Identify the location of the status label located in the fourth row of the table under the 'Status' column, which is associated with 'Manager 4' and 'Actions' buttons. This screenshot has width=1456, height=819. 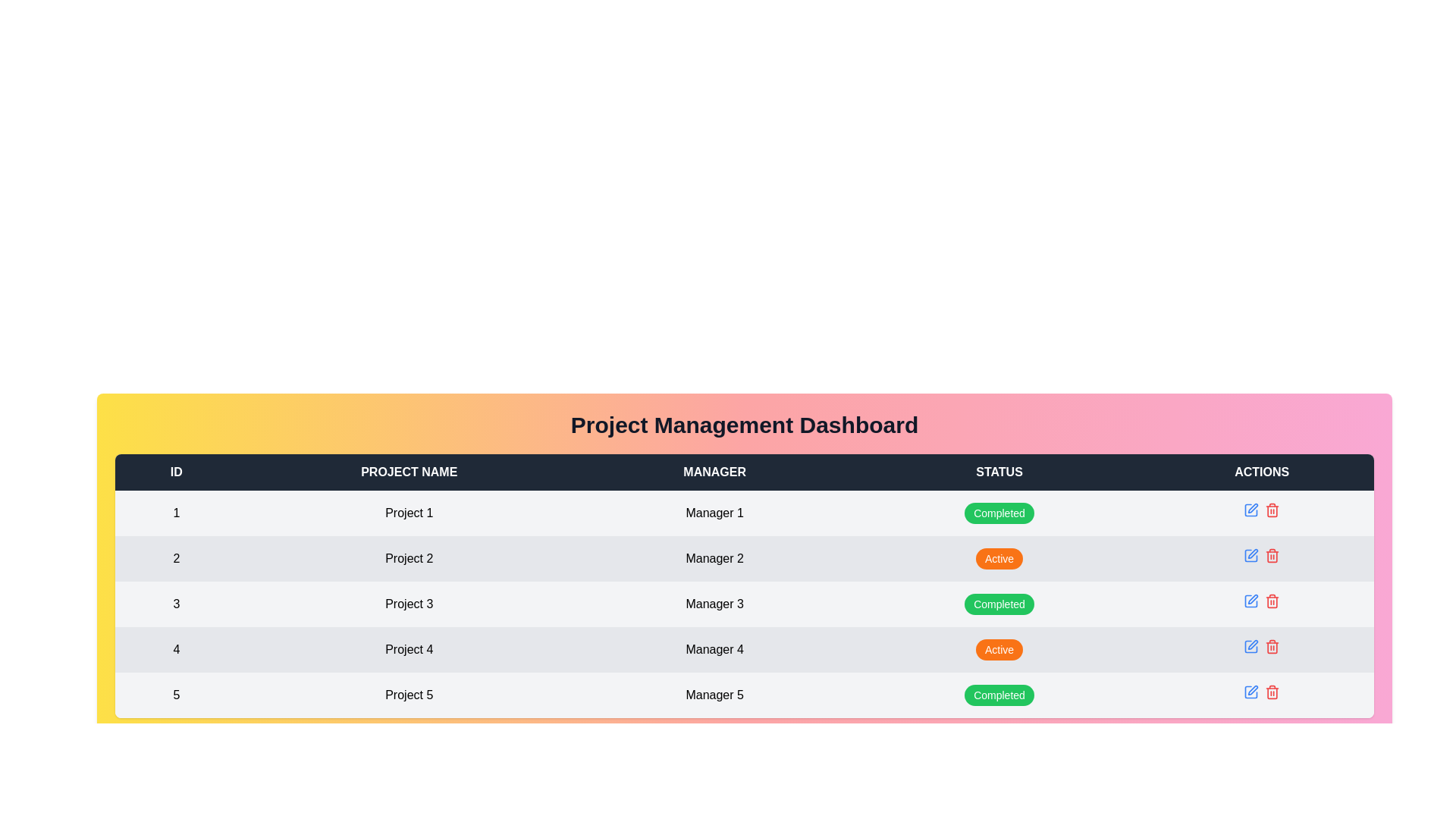
(999, 648).